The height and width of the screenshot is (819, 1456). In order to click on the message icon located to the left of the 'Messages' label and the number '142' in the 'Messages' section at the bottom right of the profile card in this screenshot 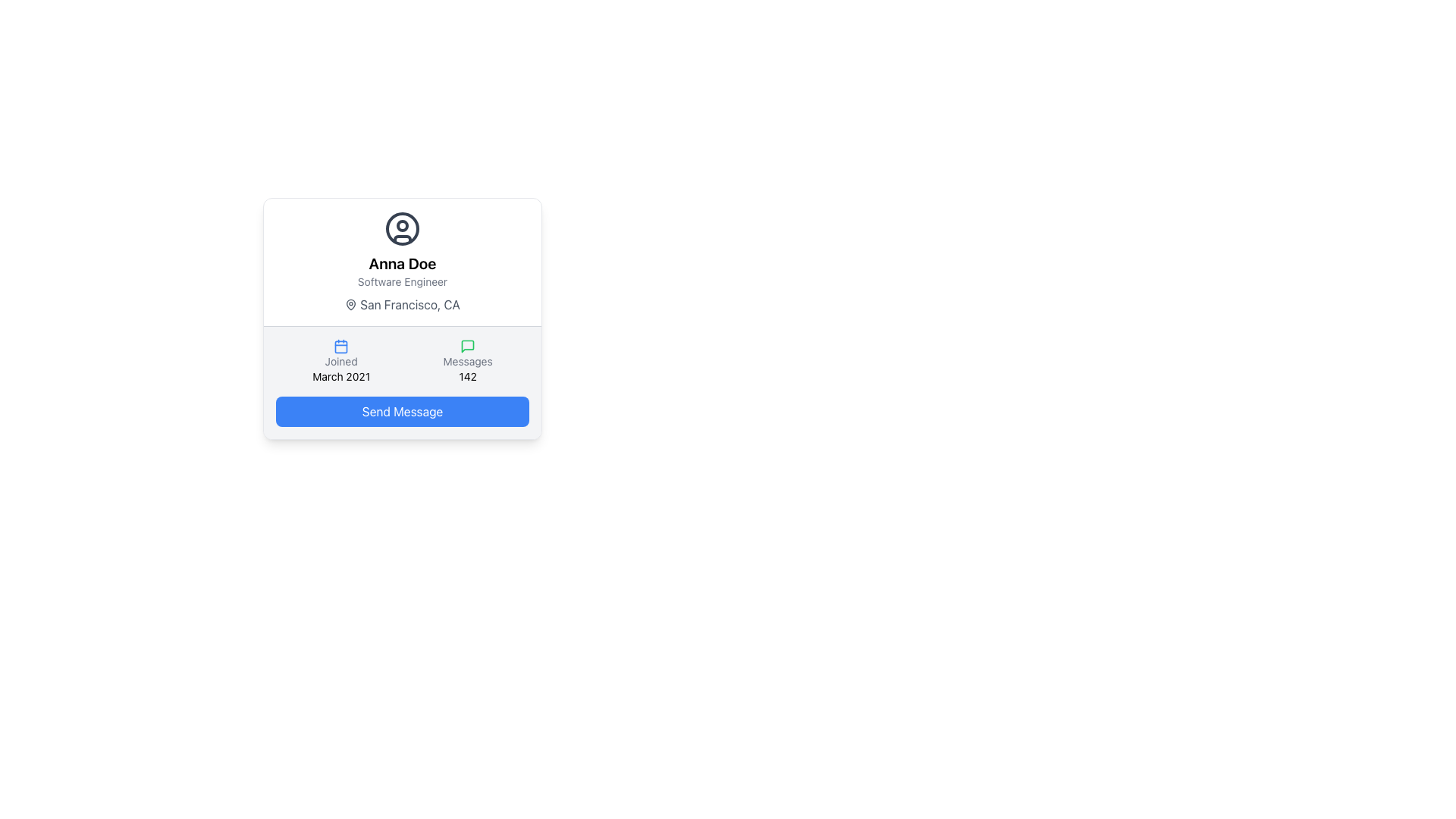, I will do `click(467, 346)`.